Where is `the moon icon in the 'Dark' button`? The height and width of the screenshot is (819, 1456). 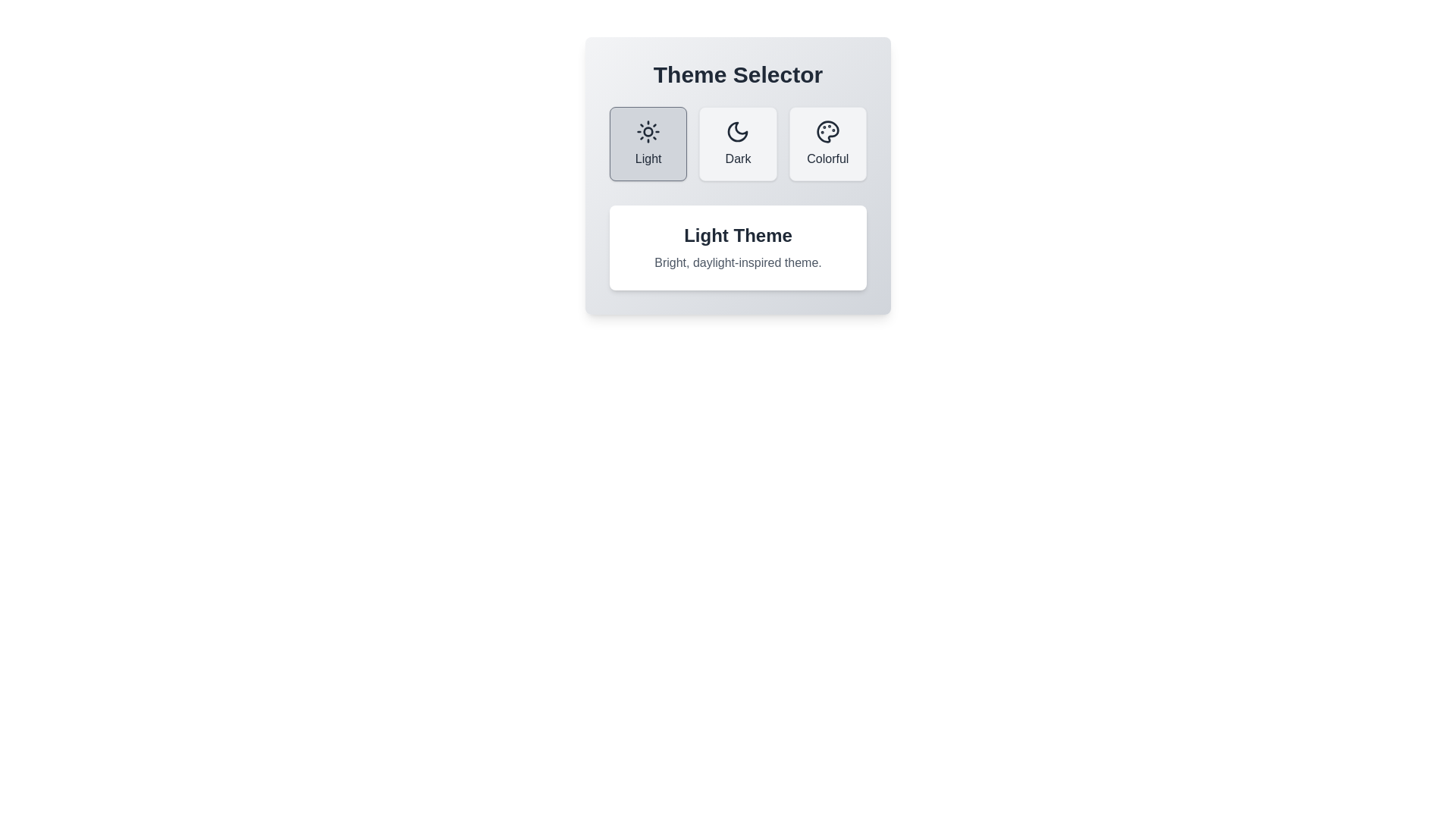
the moon icon in the 'Dark' button is located at coordinates (738, 130).